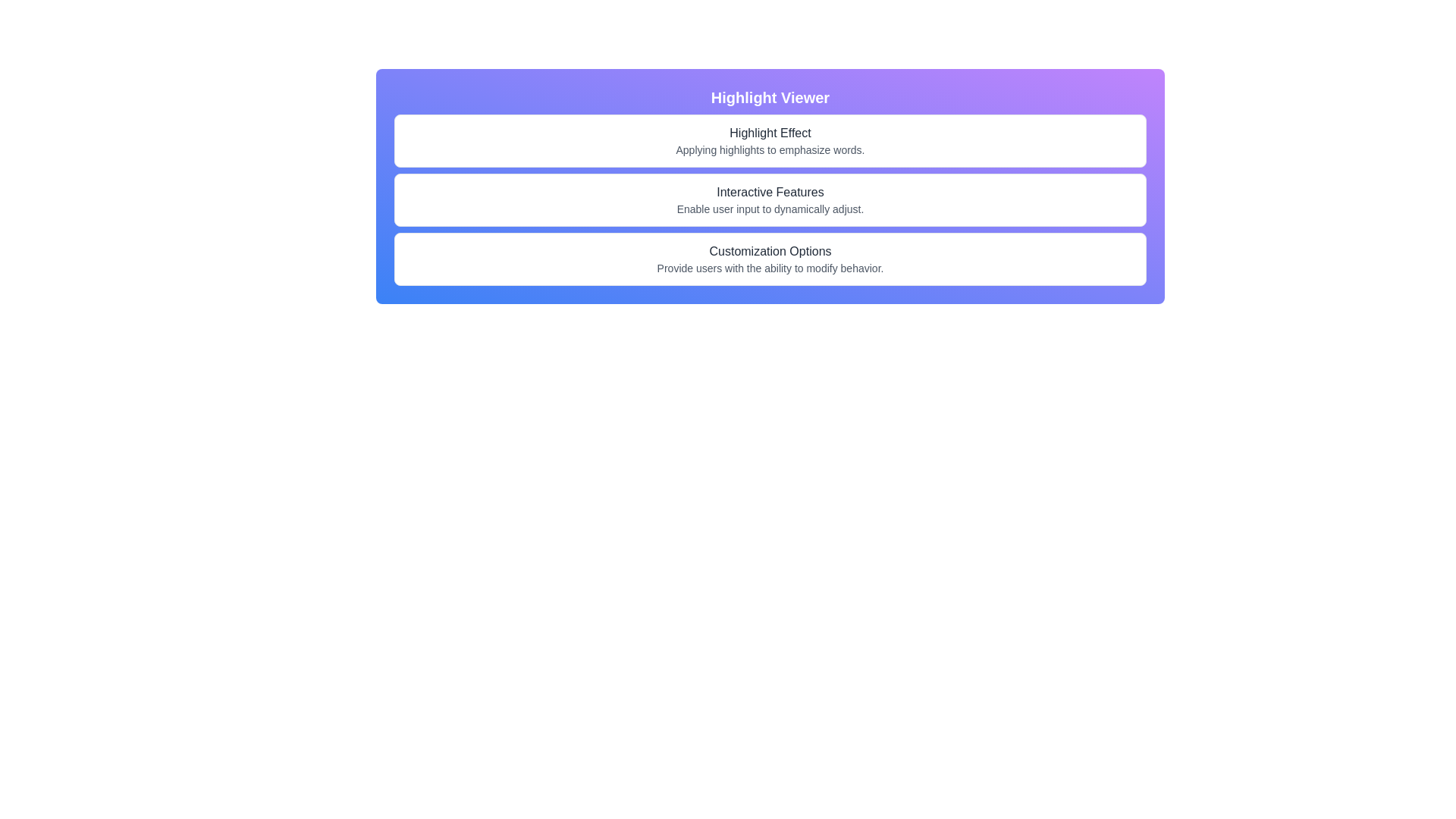 The image size is (1456, 819). I want to click on the lowercase letter 'f' in the word 'Effect' of the heading 'Highlight Effect', which is styled with a hover effect and located near the center-left of the text, so click(789, 132).